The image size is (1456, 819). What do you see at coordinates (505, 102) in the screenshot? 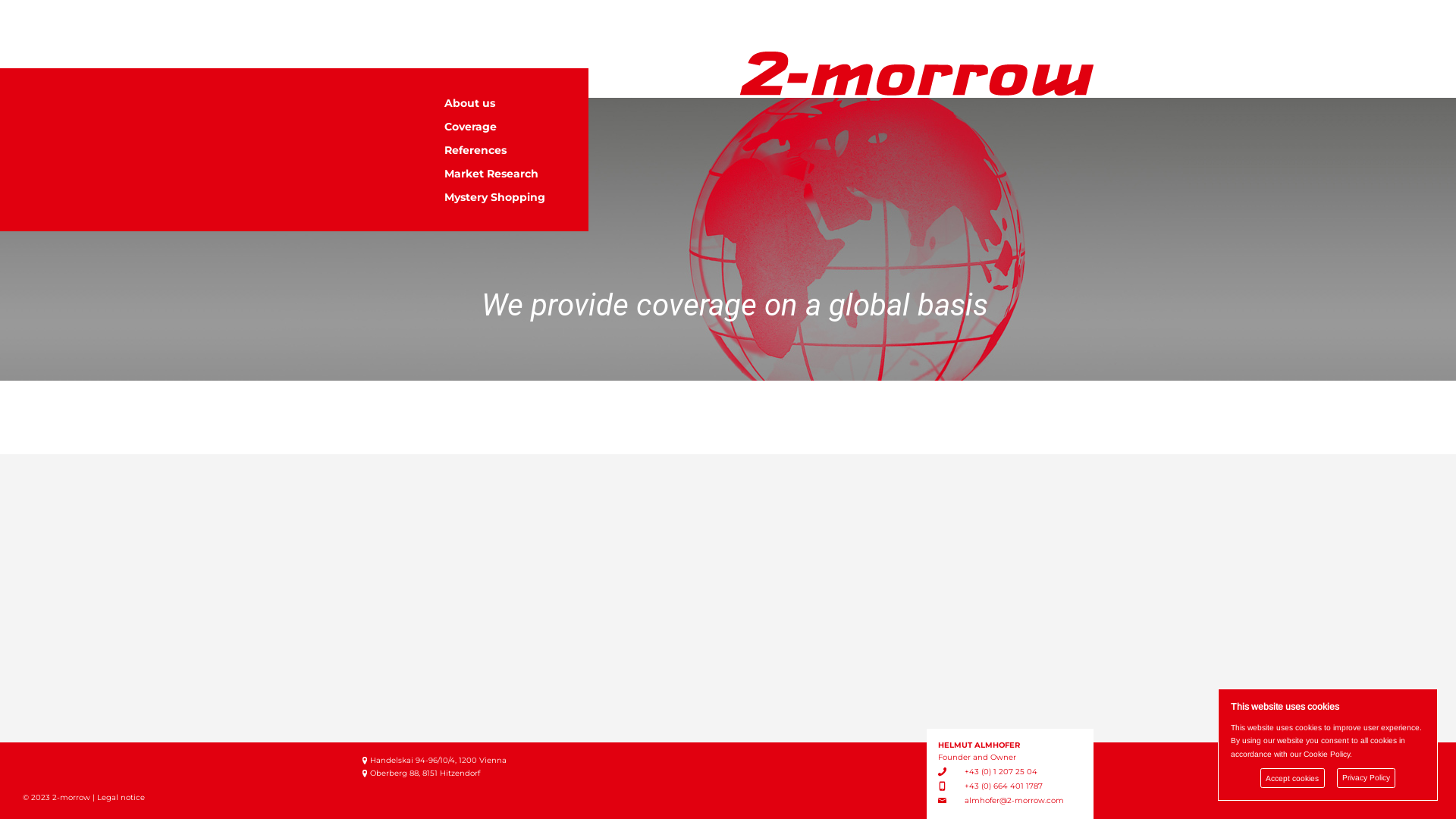
I see `'About us'` at bounding box center [505, 102].